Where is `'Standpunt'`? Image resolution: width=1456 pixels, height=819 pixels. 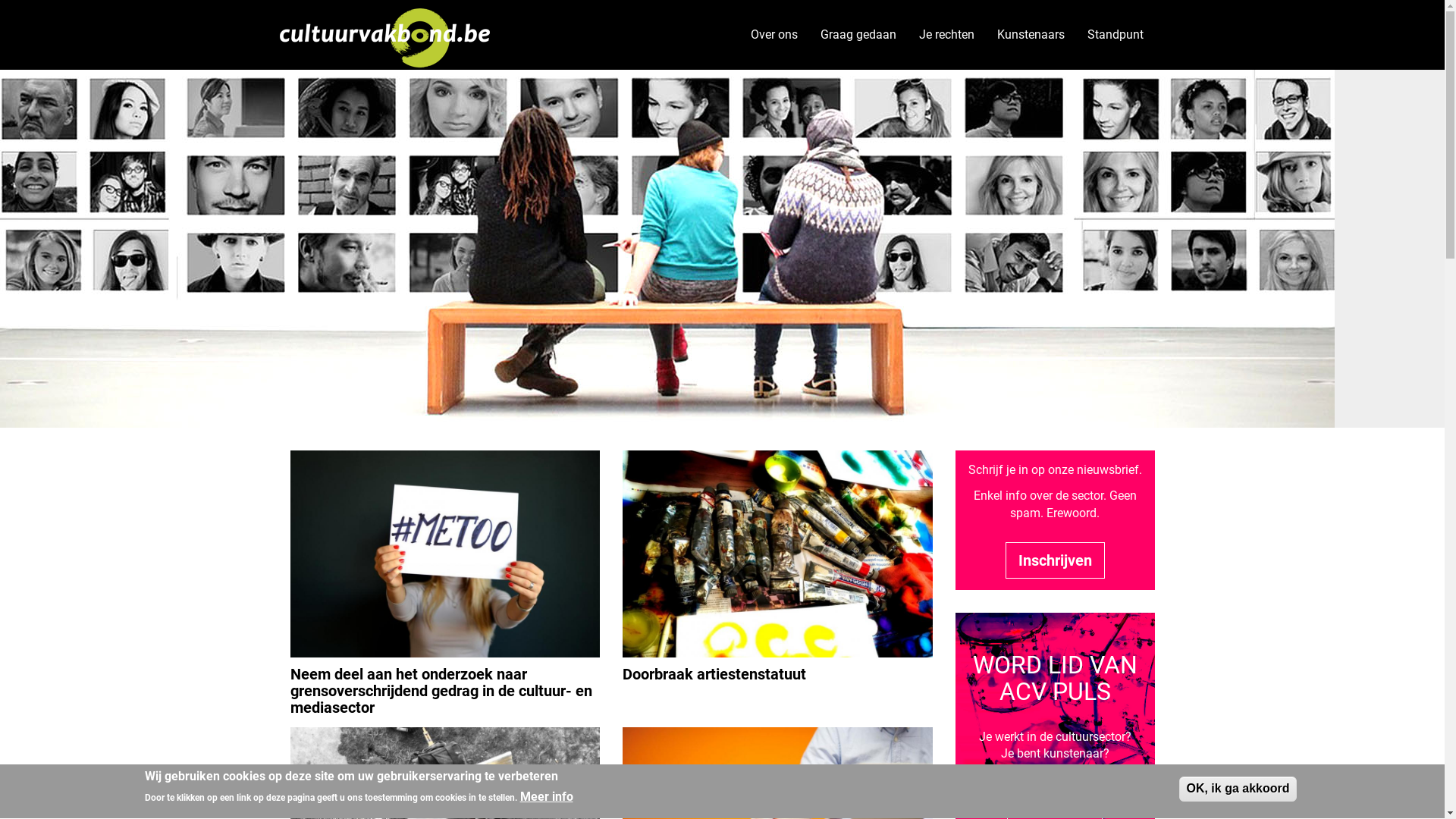 'Standpunt' is located at coordinates (1114, 34).